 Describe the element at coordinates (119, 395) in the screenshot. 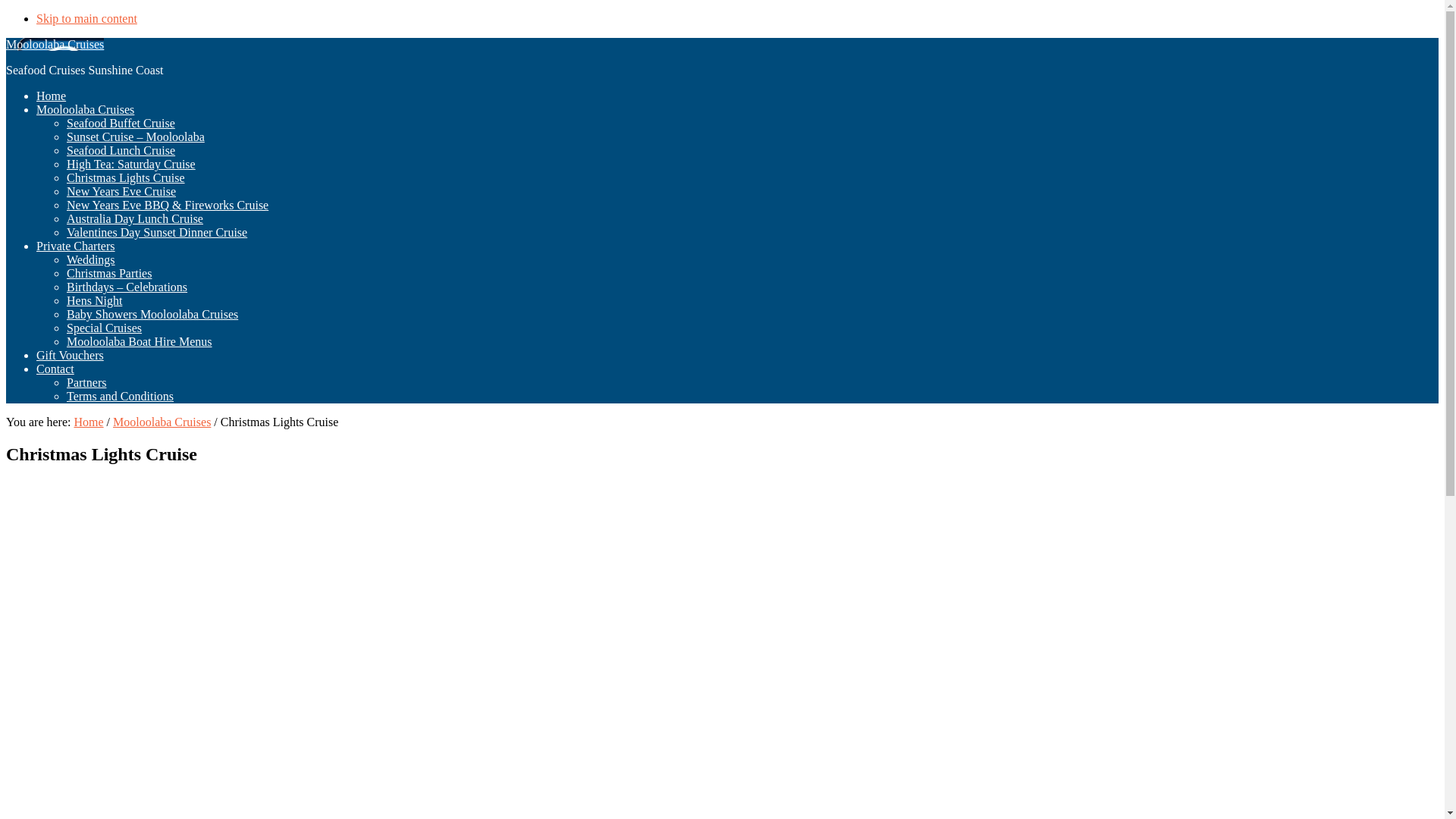

I see `'Terms and Conditions'` at that location.